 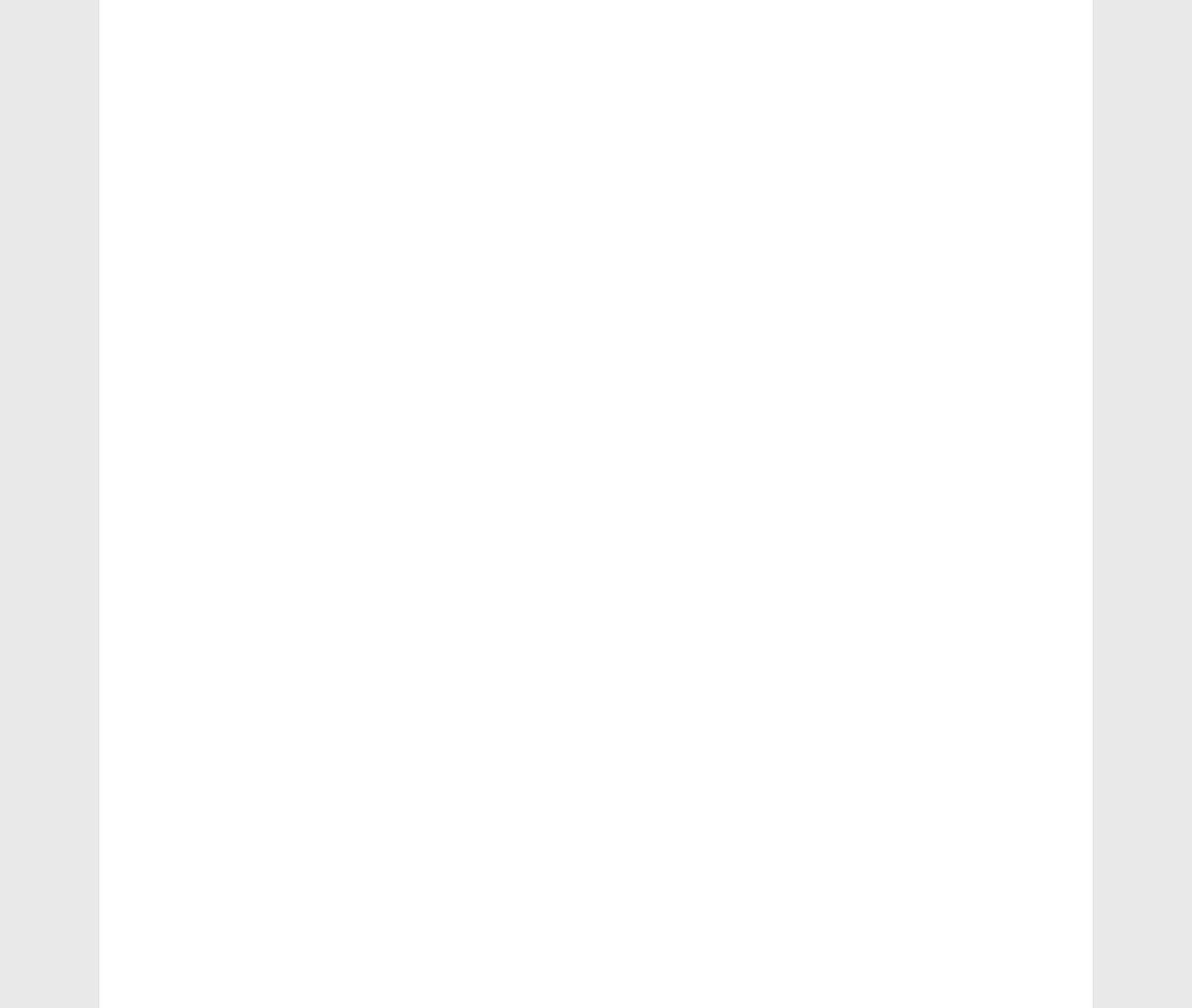 What do you see at coordinates (218, 385) in the screenshot?
I see `'Teaching by Chanakya'` at bounding box center [218, 385].